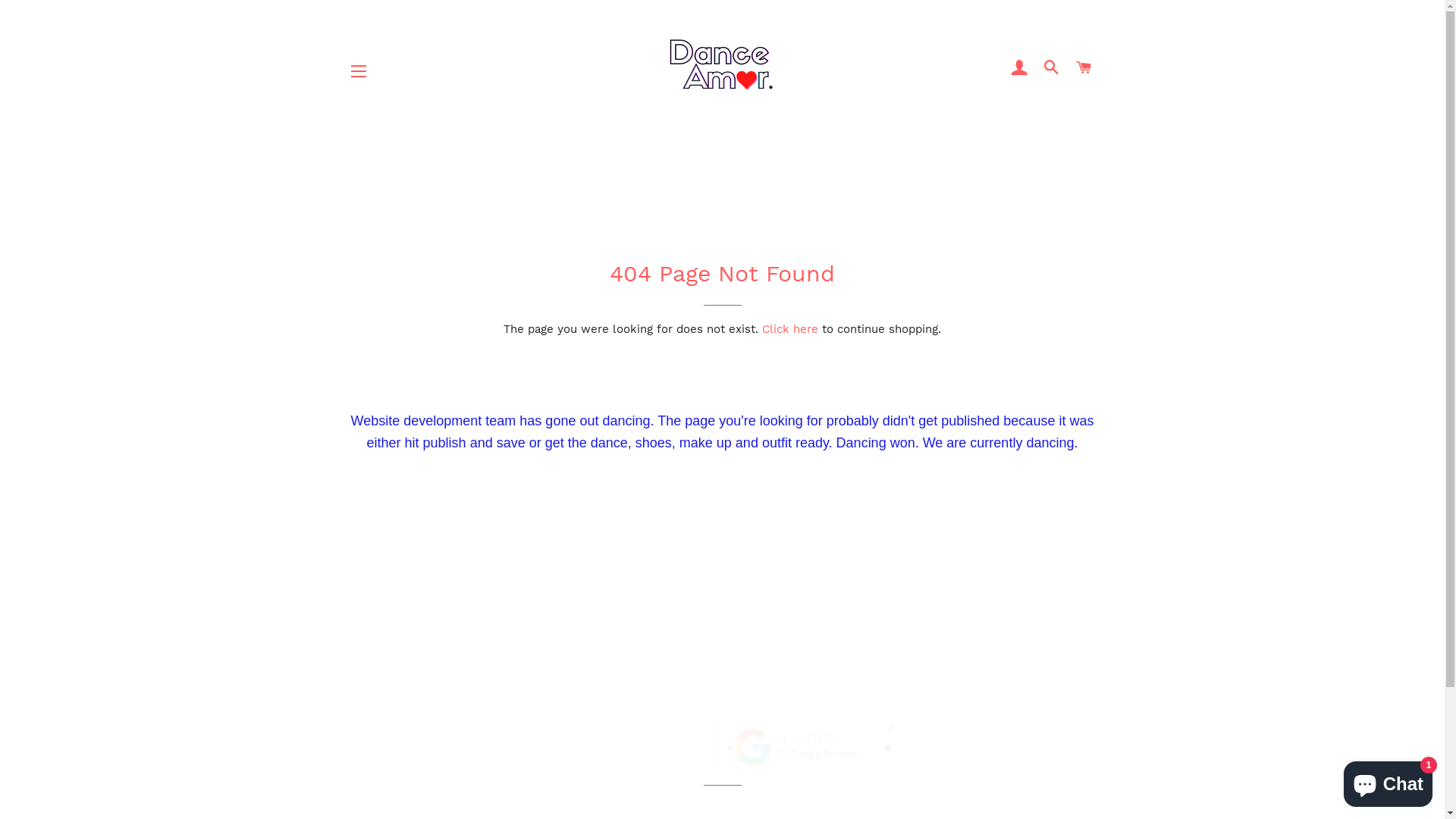 The height and width of the screenshot is (819, 1456). I want to click on 'Shopify online store chat', so click(1339, 780).